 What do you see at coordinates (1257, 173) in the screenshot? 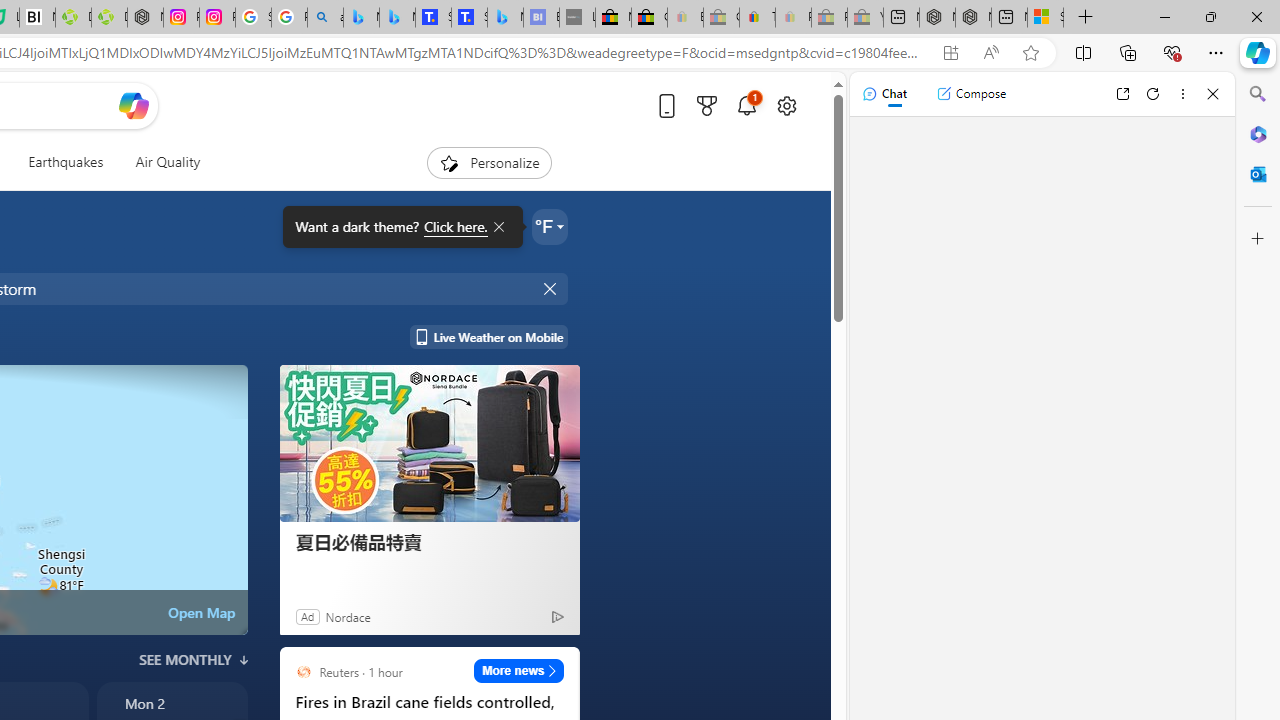
I see `'Outlook'` at bounding box center [1257, 173].